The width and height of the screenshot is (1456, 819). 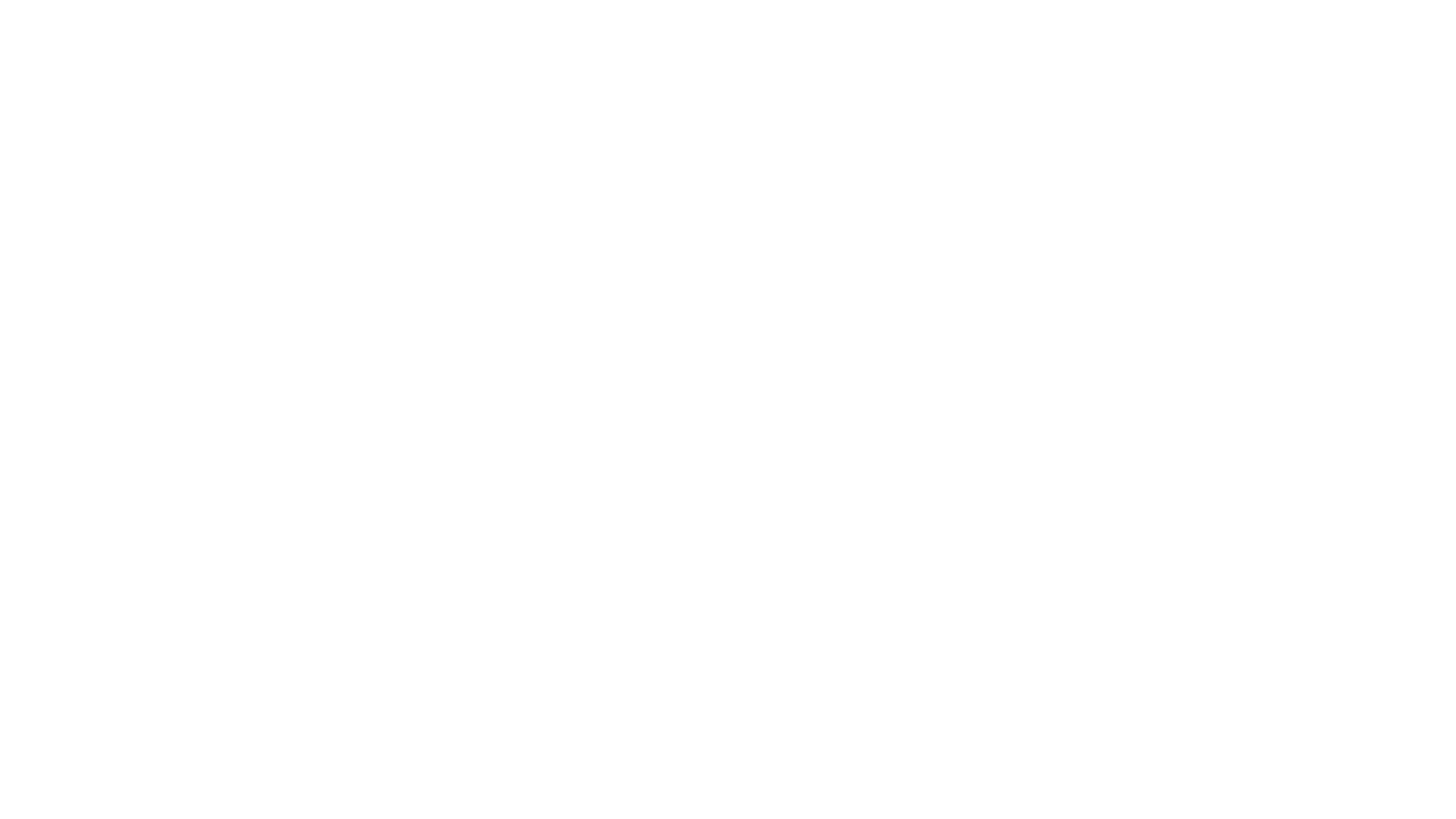 What do you see at coordinates (483, 137) in the screenshot?
I see `drewm.photo's profile picture` at bounding box center [483, 137].